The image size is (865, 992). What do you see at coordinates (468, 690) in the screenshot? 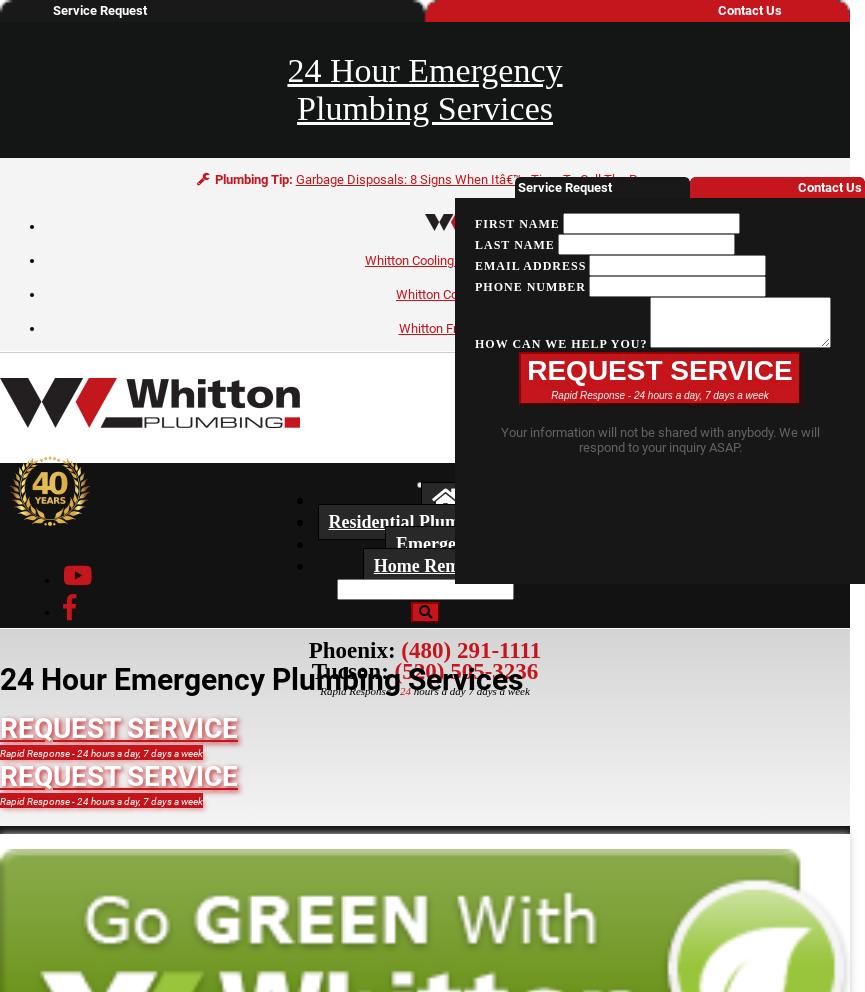
I see `'hours a day 7 days a week'` at bounding box center [468, 690].